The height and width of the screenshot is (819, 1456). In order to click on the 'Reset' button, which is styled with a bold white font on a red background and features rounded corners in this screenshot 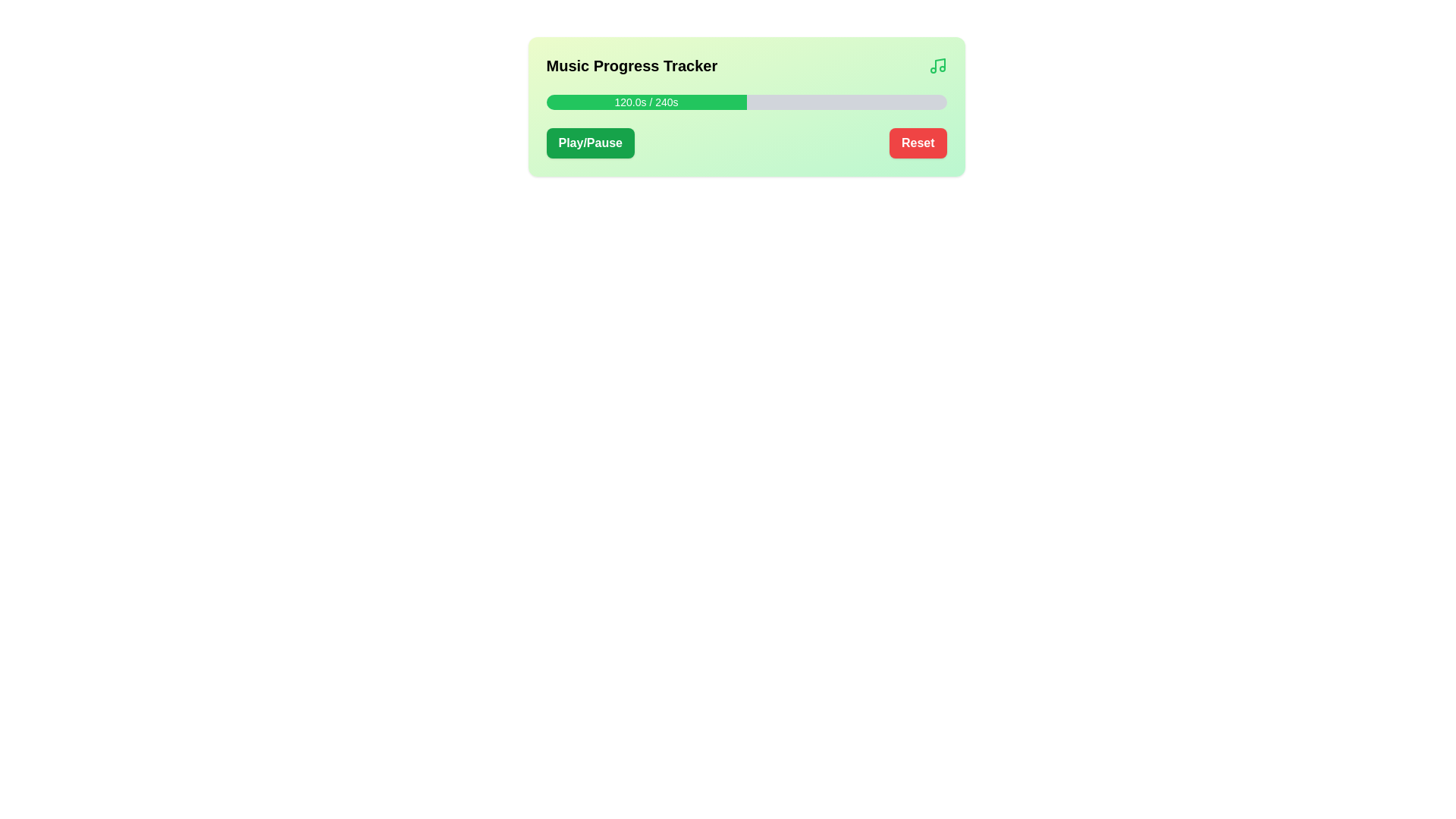, I will do `click(917, 143)`.